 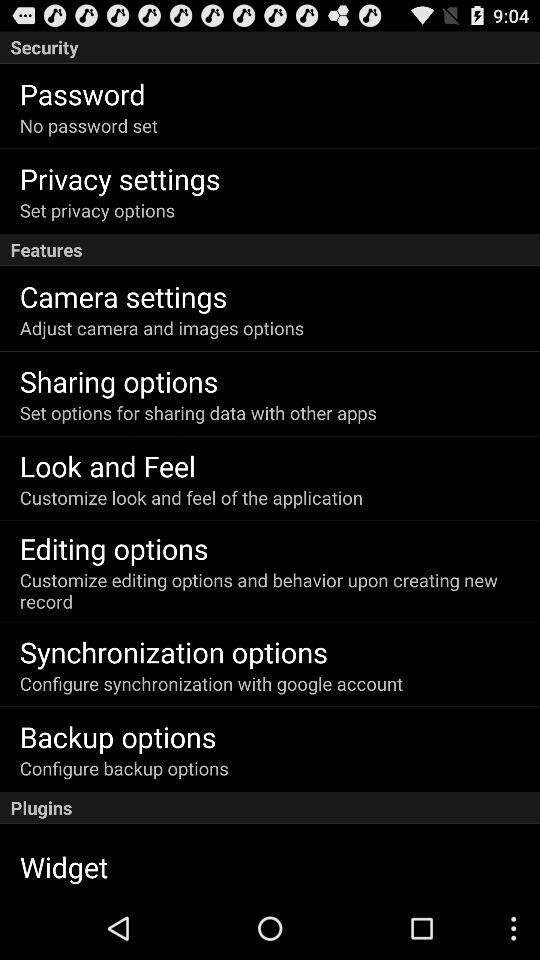 What do you see at coordinates (173, 650) in the screenshot?
I see `the icon below the customize editing options` at bounding box center [173, 650].